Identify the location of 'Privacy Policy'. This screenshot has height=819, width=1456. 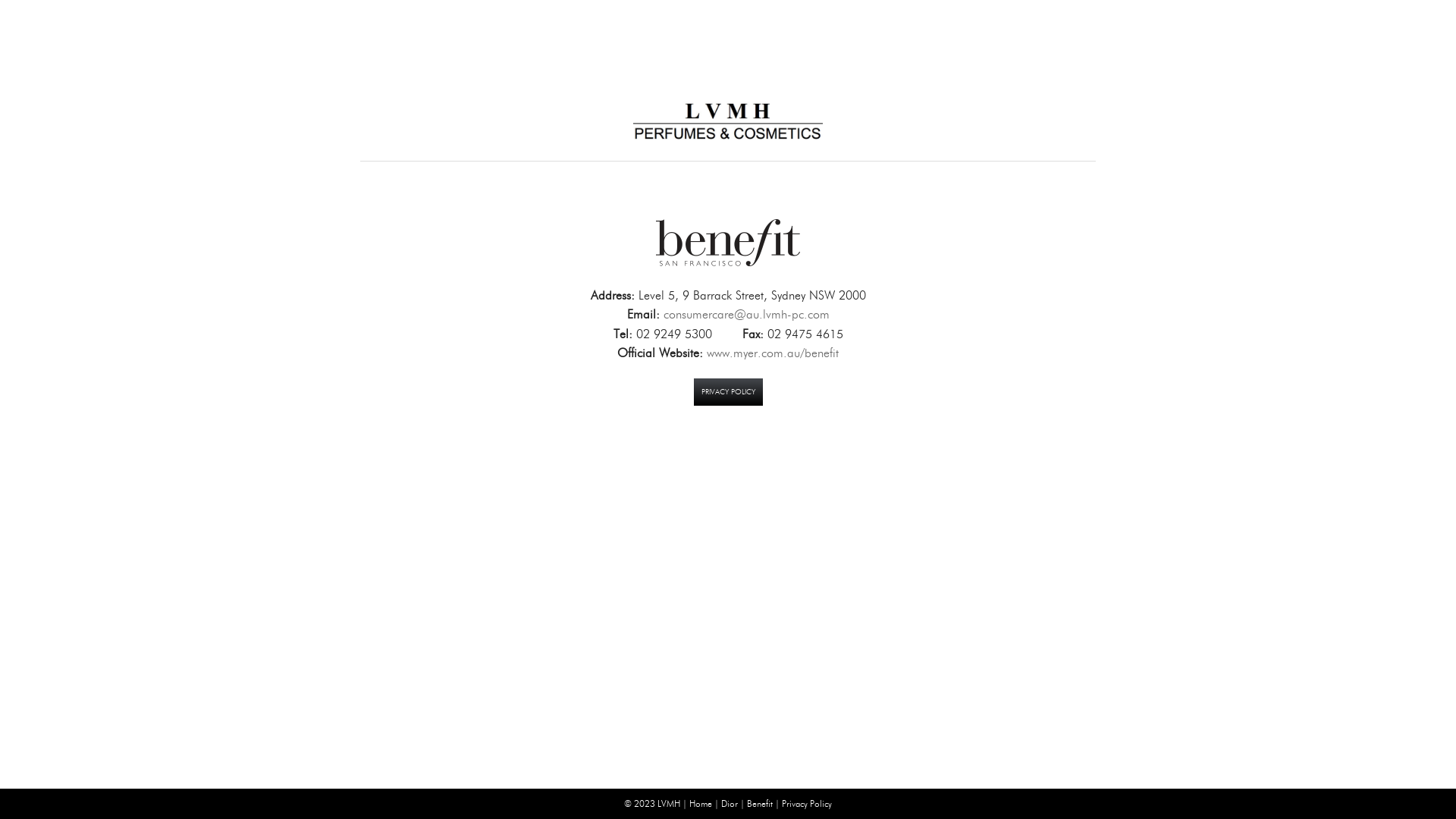
(782, 802).